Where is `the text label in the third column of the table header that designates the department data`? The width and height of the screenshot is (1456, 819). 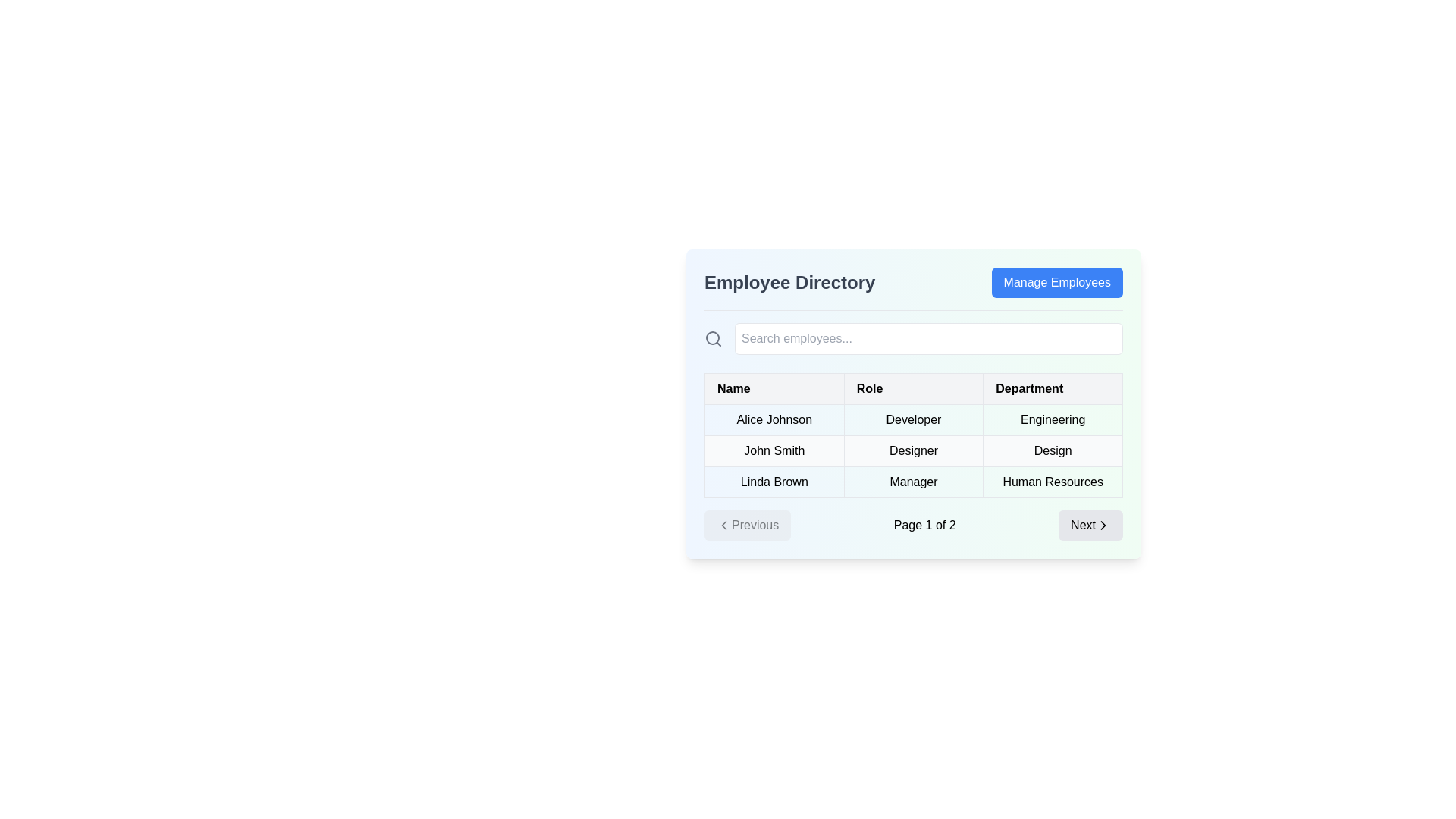 the text label in the third column of the table header that designates the department data is located at coordinates (1052, 388).